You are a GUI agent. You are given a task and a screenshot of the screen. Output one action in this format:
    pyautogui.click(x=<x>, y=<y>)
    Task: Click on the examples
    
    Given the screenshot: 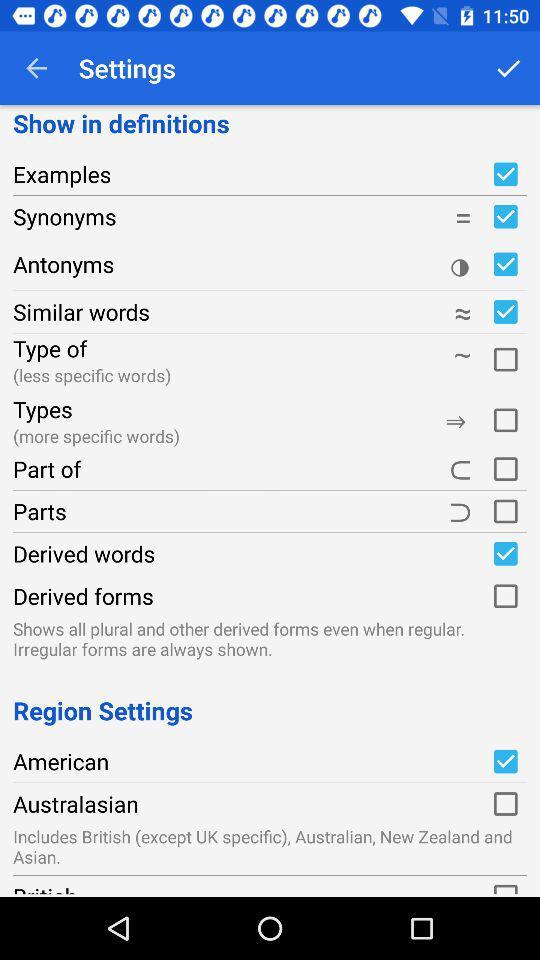 What is the action you would take?
    pyautogui.click(x=504, y=173)
    